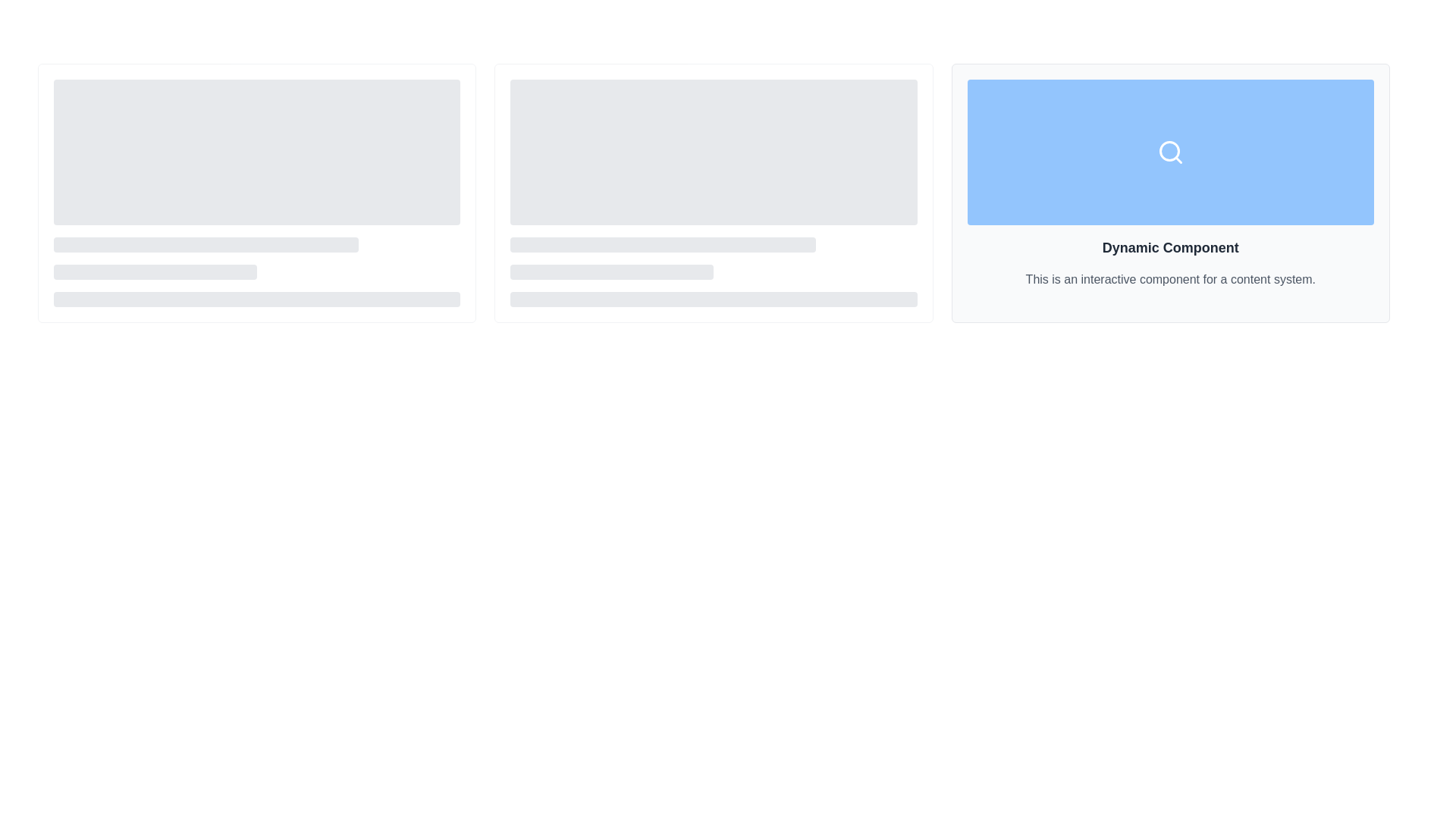  Describe the element at coordinates (206, 244) in the screenshot. I see `the first static decorative bar, which is a horizontally stretched, rounded rectangle with a gray background, located near the top among three similar elements` at that location.